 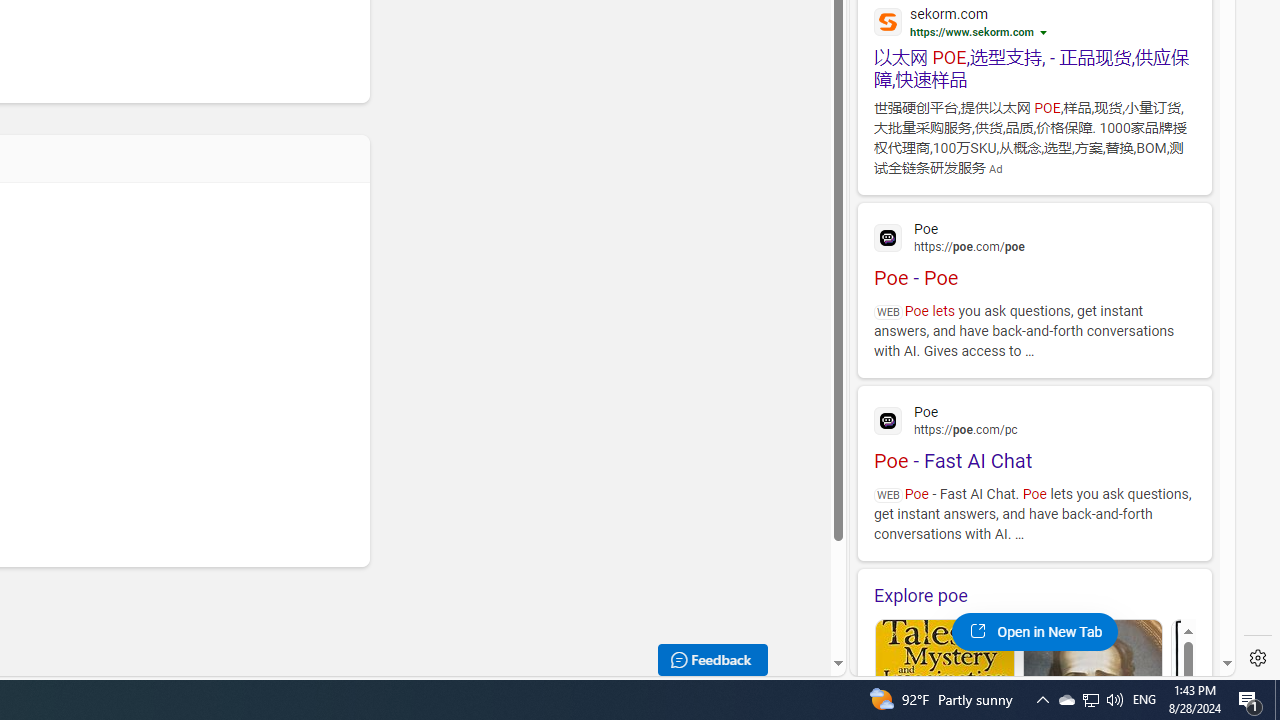 What do you see at coordinates (887, 420) in the screenshot?
I see `'Global web icon'` at bounding box center [887, 420].